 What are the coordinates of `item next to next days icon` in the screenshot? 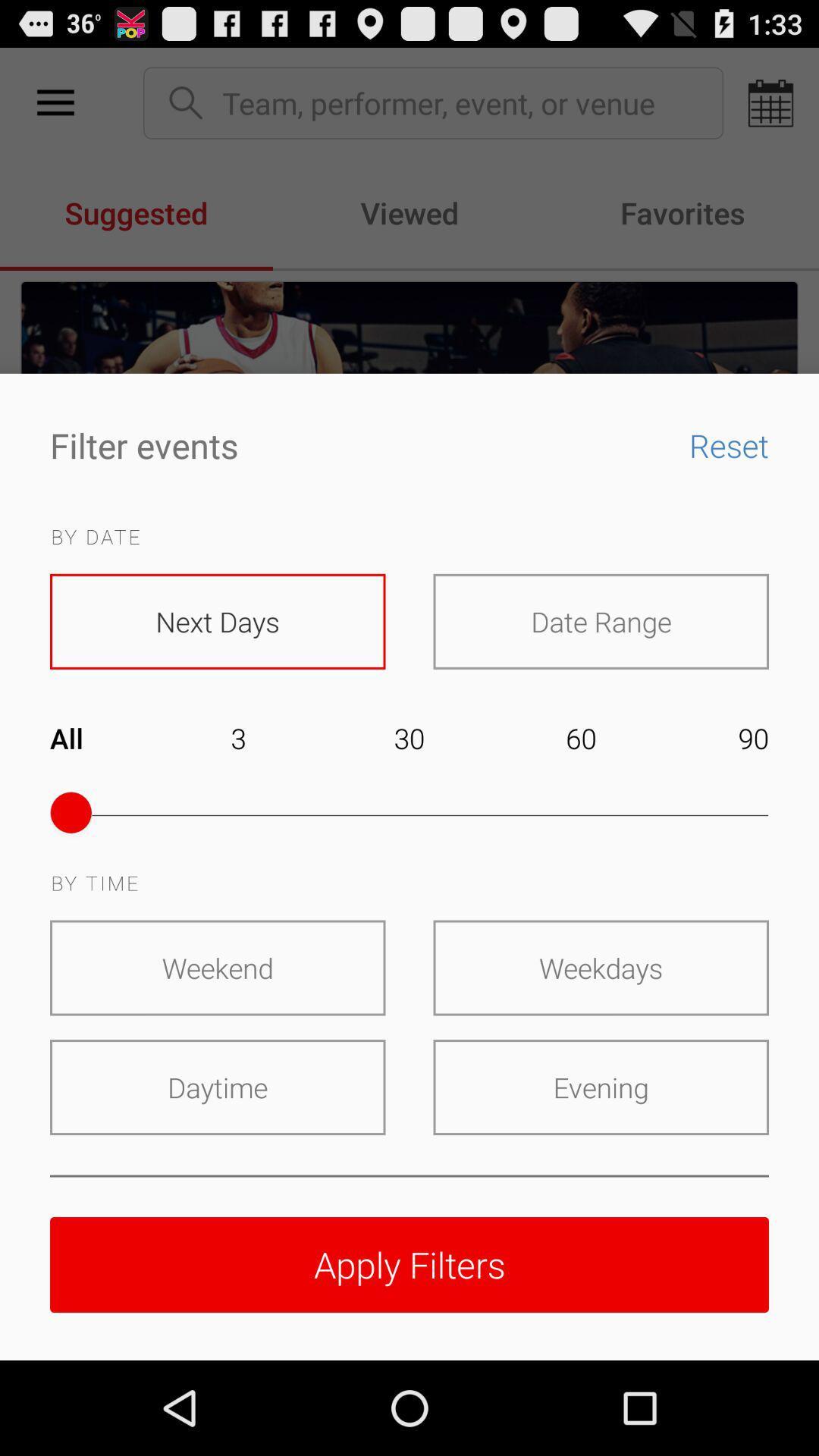 It's located at (600, 621).